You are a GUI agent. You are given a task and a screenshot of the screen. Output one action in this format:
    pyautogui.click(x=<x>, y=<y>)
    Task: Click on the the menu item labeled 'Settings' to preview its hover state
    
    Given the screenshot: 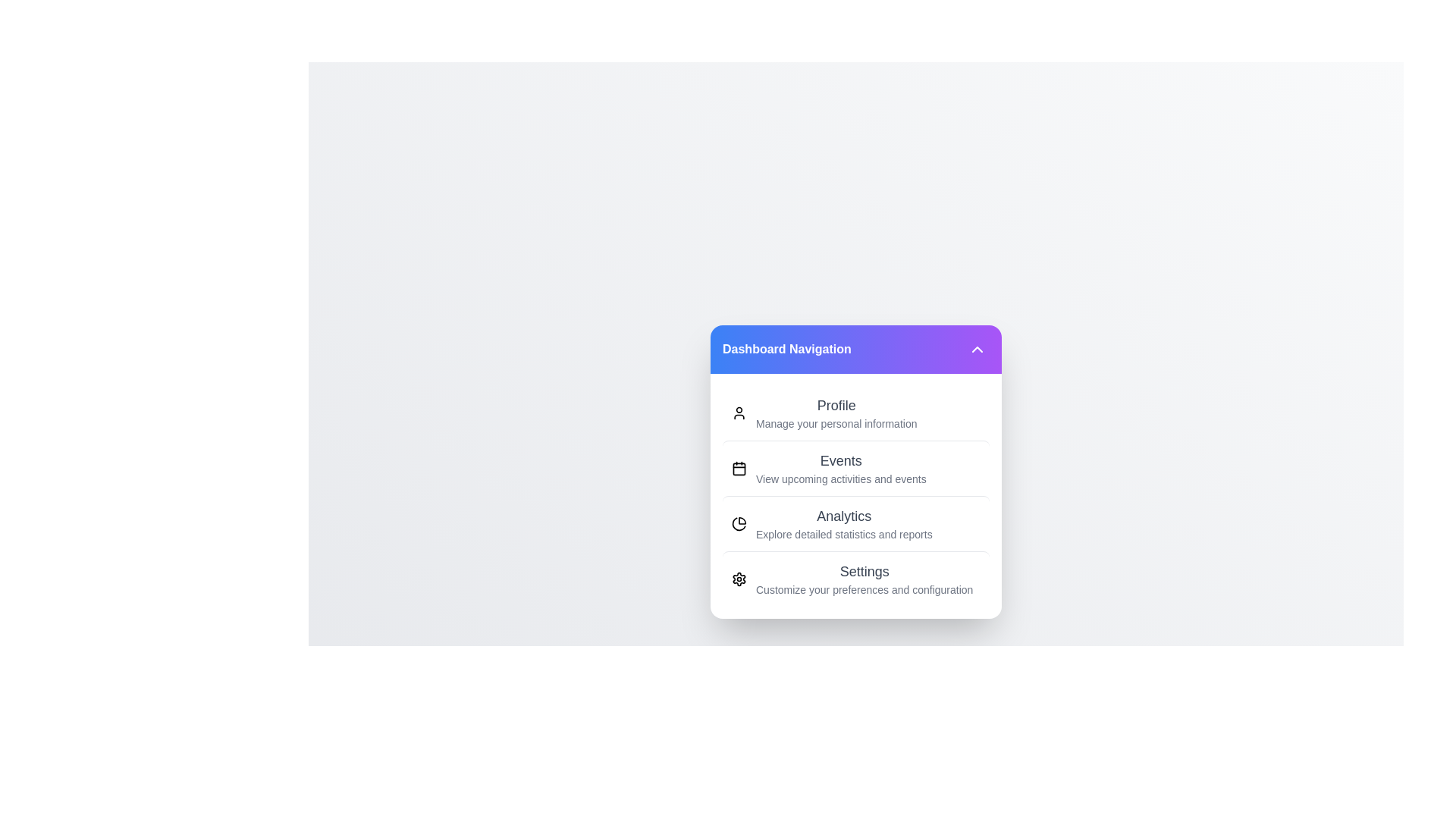 What is the action you would take?
    pyautogui.click(x=855, y=579)
    